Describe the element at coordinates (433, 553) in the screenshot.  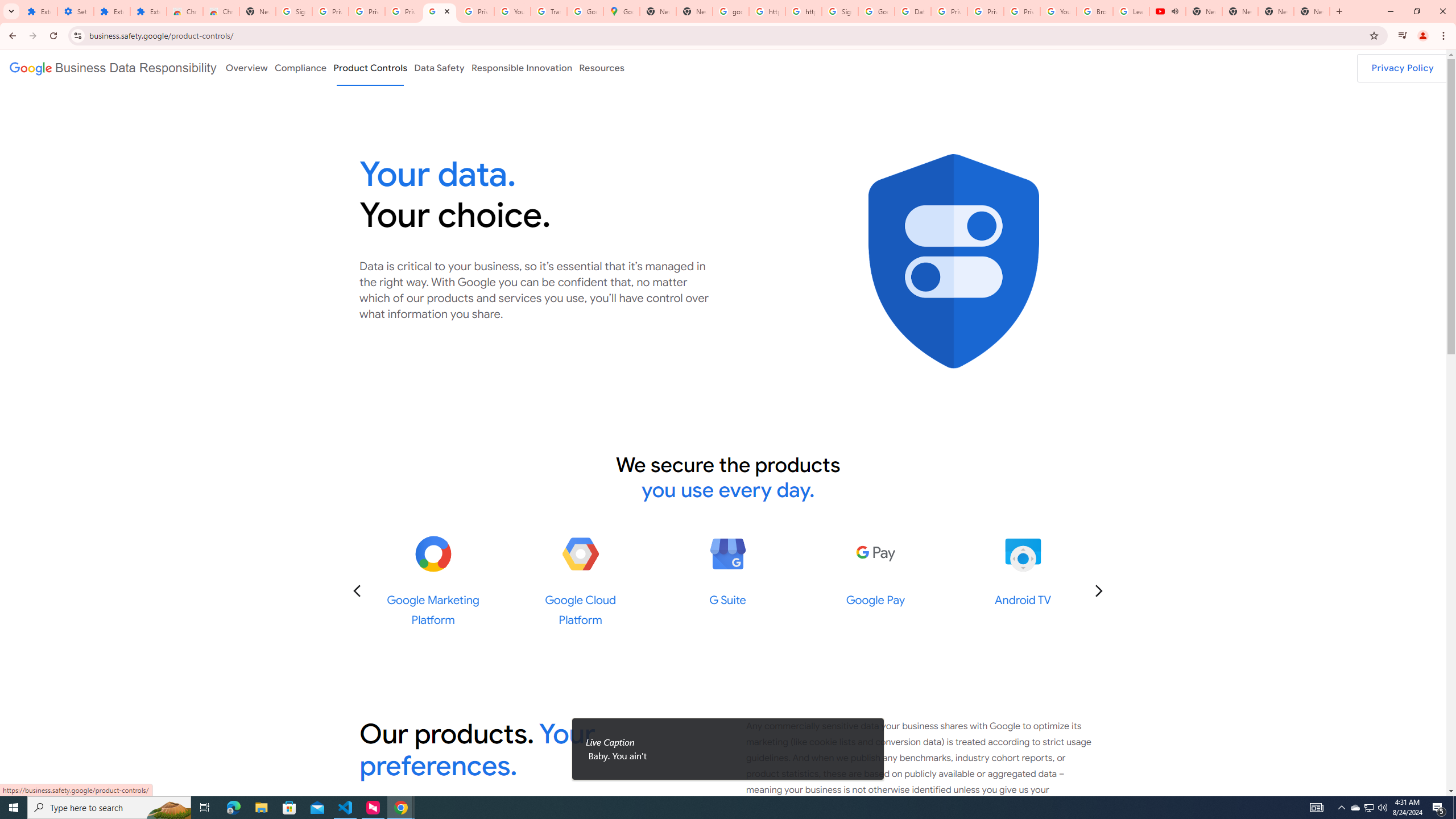
I see `'Google Marketing Platform'` at that location.